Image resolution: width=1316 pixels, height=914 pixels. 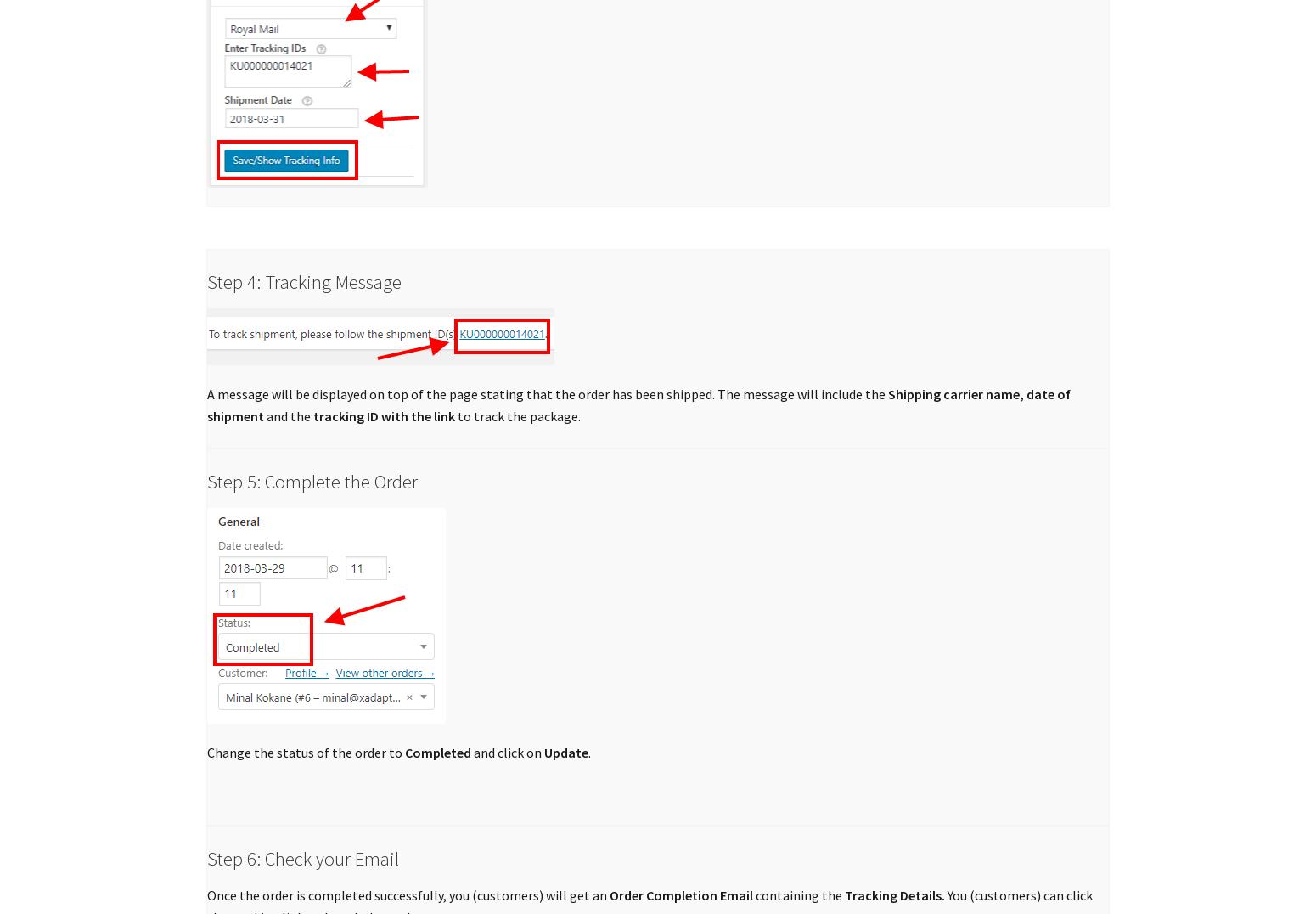 What do you see at coordinates (384, 415) in the screenshot?
I see `'tracking ID with the link'` at bounding box center [384, 415].